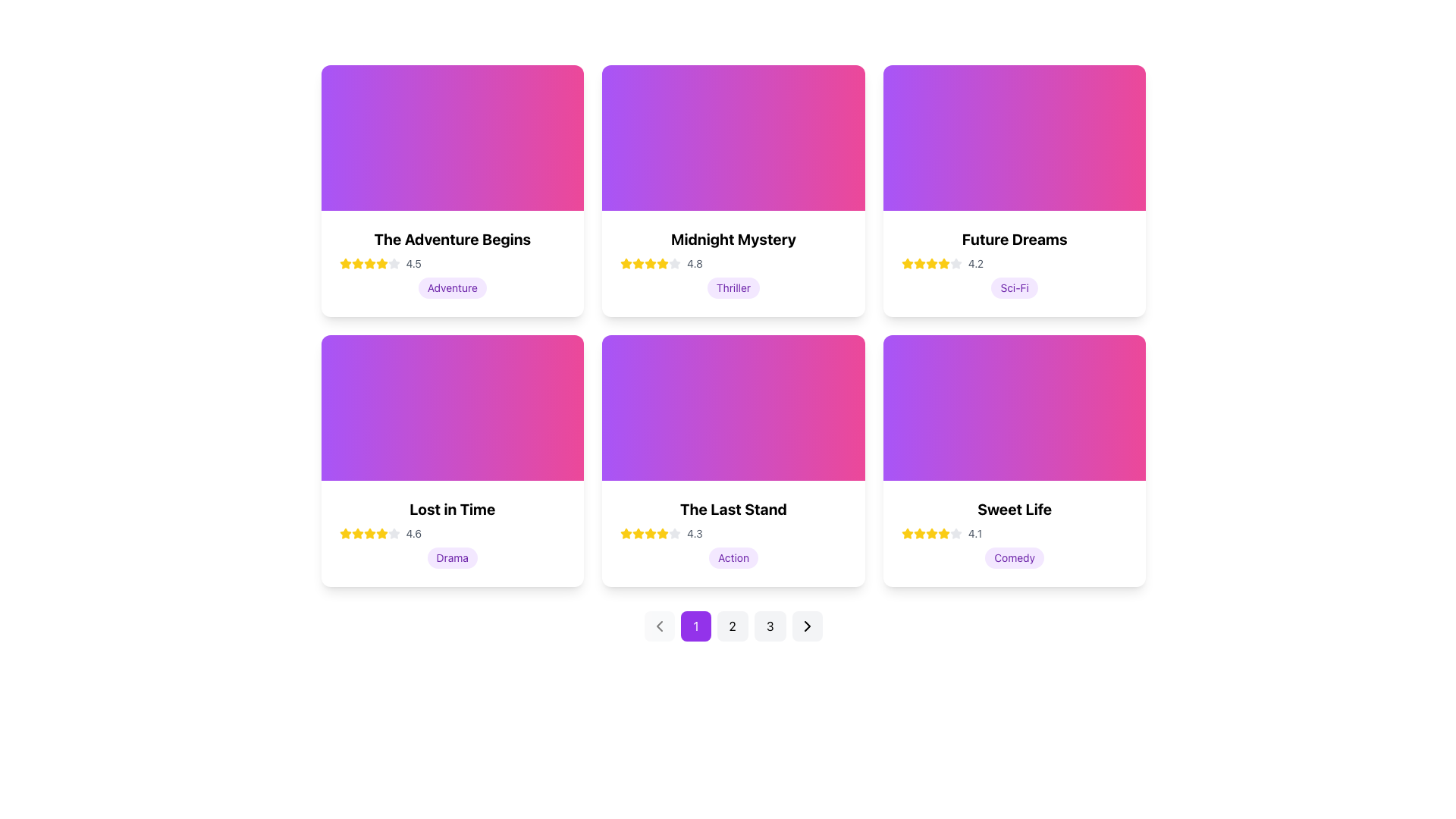 The height and width of the screenshot is (819, 1456). I want to click on the first numbered button in the pagination control group, so click(695, 626).